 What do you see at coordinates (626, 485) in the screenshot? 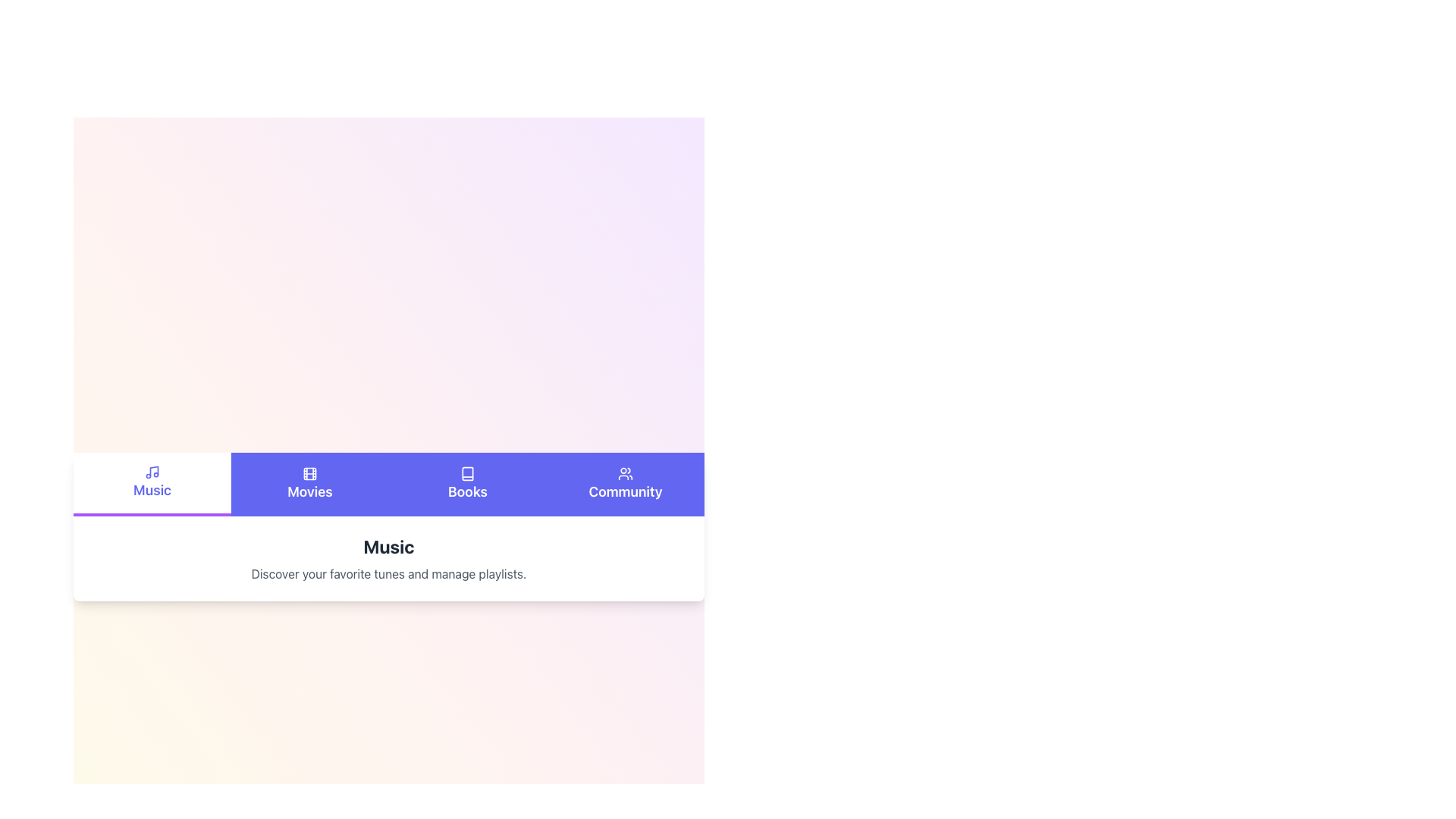
I see `the 'Community' navigation menu item, which is the fourth item in the horizontal menu bar with a blue background and a white icon of a group of people above the label 'Community'` at bounding box center [626, 485].